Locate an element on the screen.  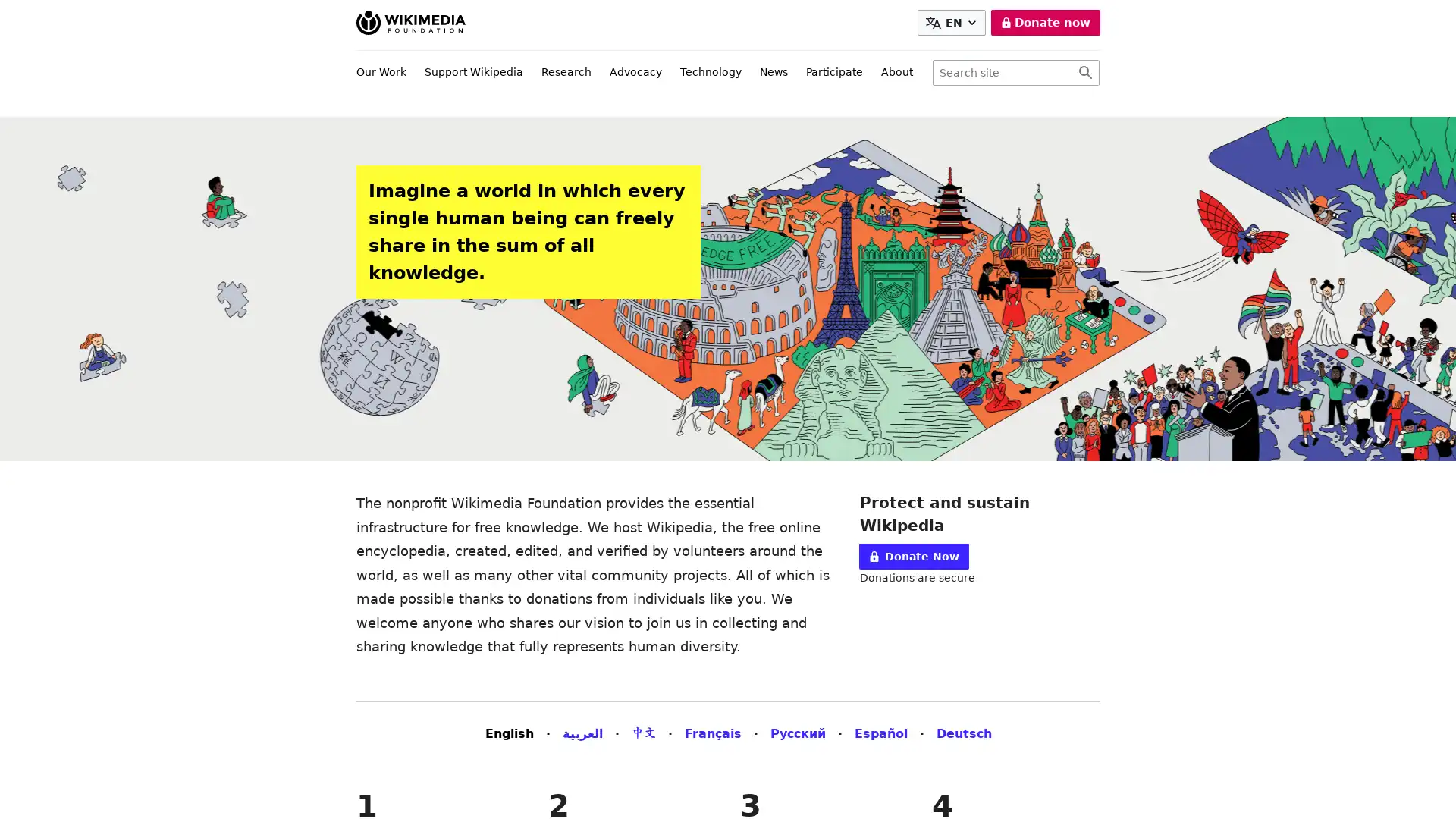
CURRENT LANGUAGE: EN is located at coordinates (953, 23).